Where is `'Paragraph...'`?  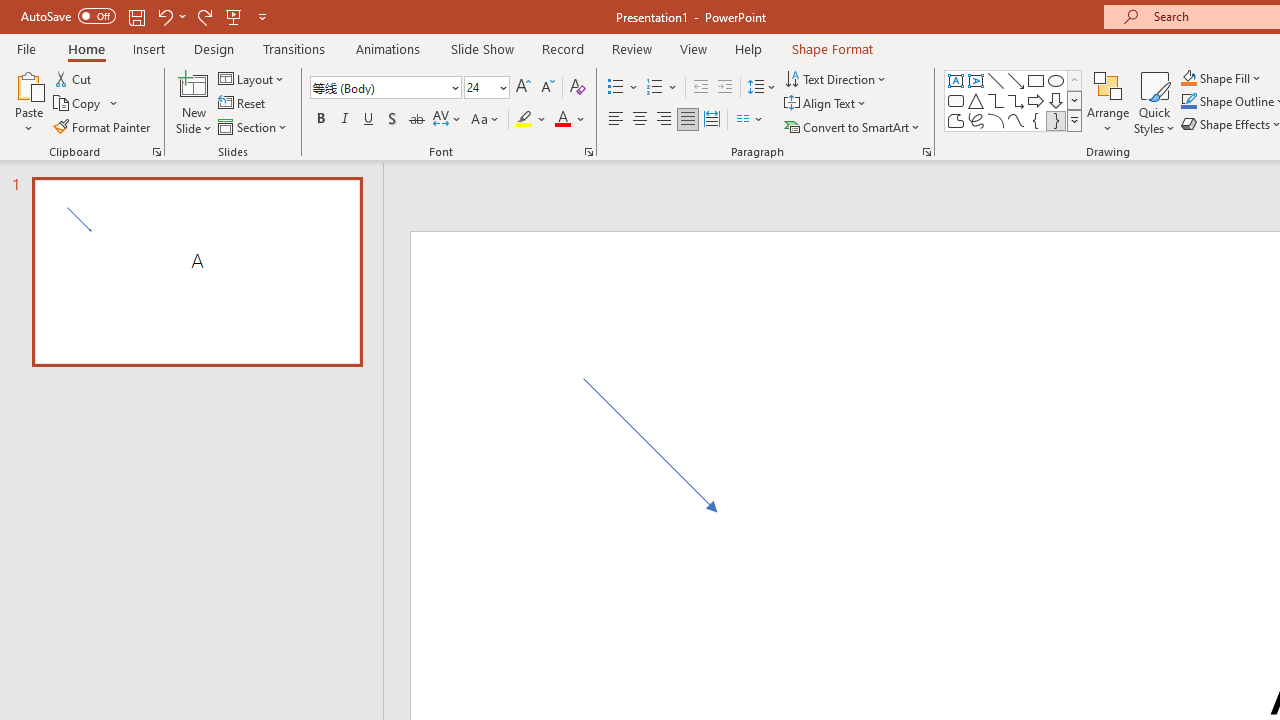
'Paragraph...' is located at coordinates (925, 150).